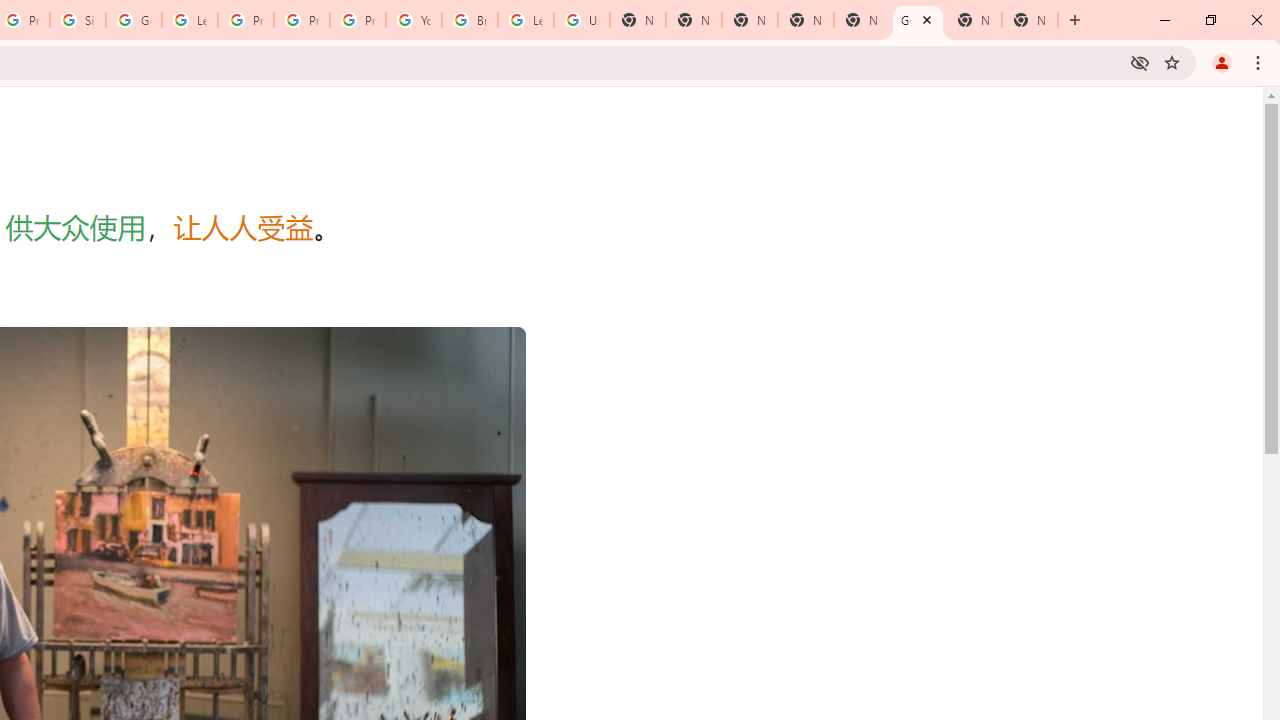 Image resolution: width=1280 pixels, height=720 pixels. I want to click on 'New Tab', so click(1030, 20).